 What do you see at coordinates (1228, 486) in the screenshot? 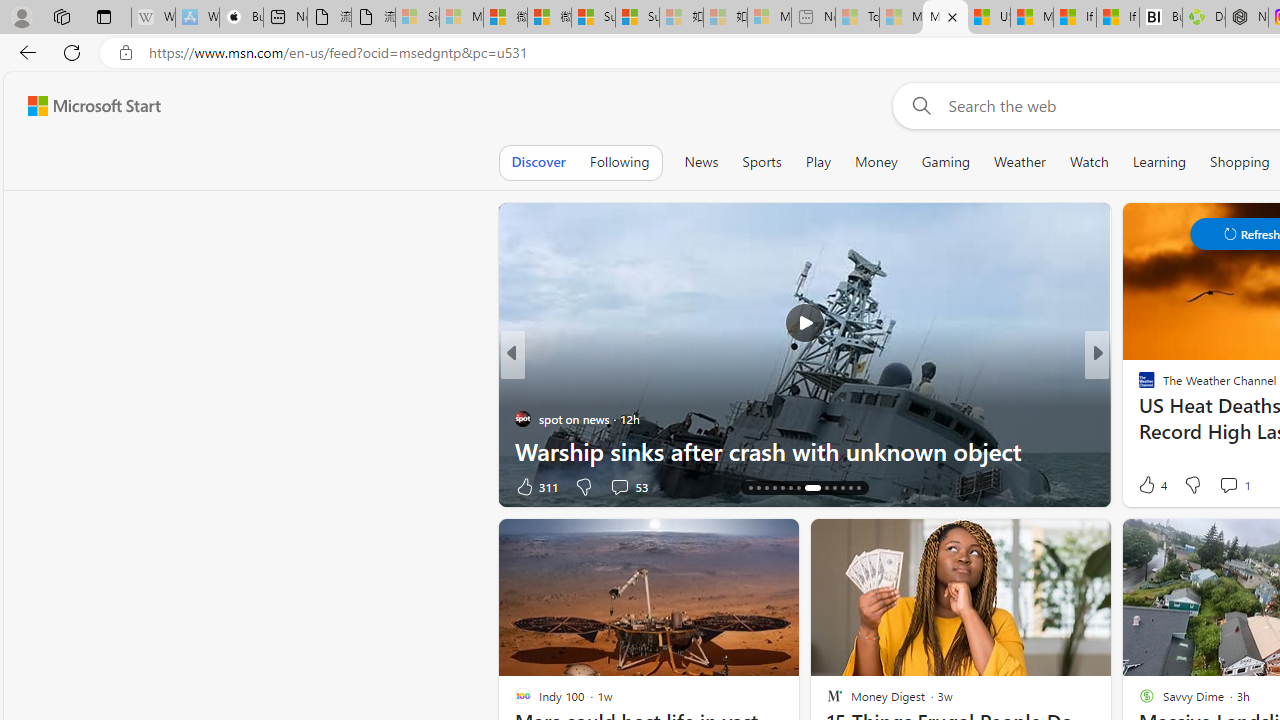
I see `'View comments 2 Comment'` at bounding box center [1228, 486].